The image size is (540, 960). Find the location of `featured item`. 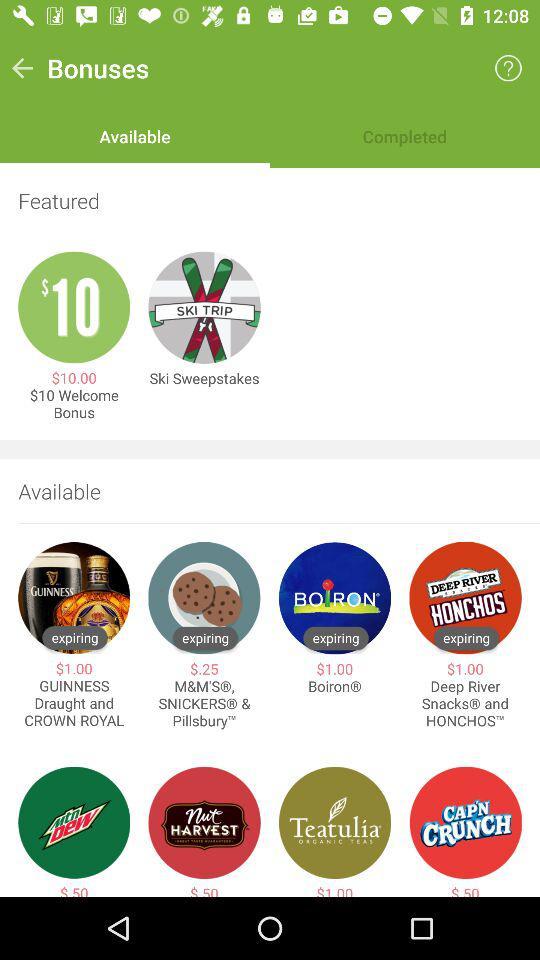

featured item is located at coordinates (270, 200).